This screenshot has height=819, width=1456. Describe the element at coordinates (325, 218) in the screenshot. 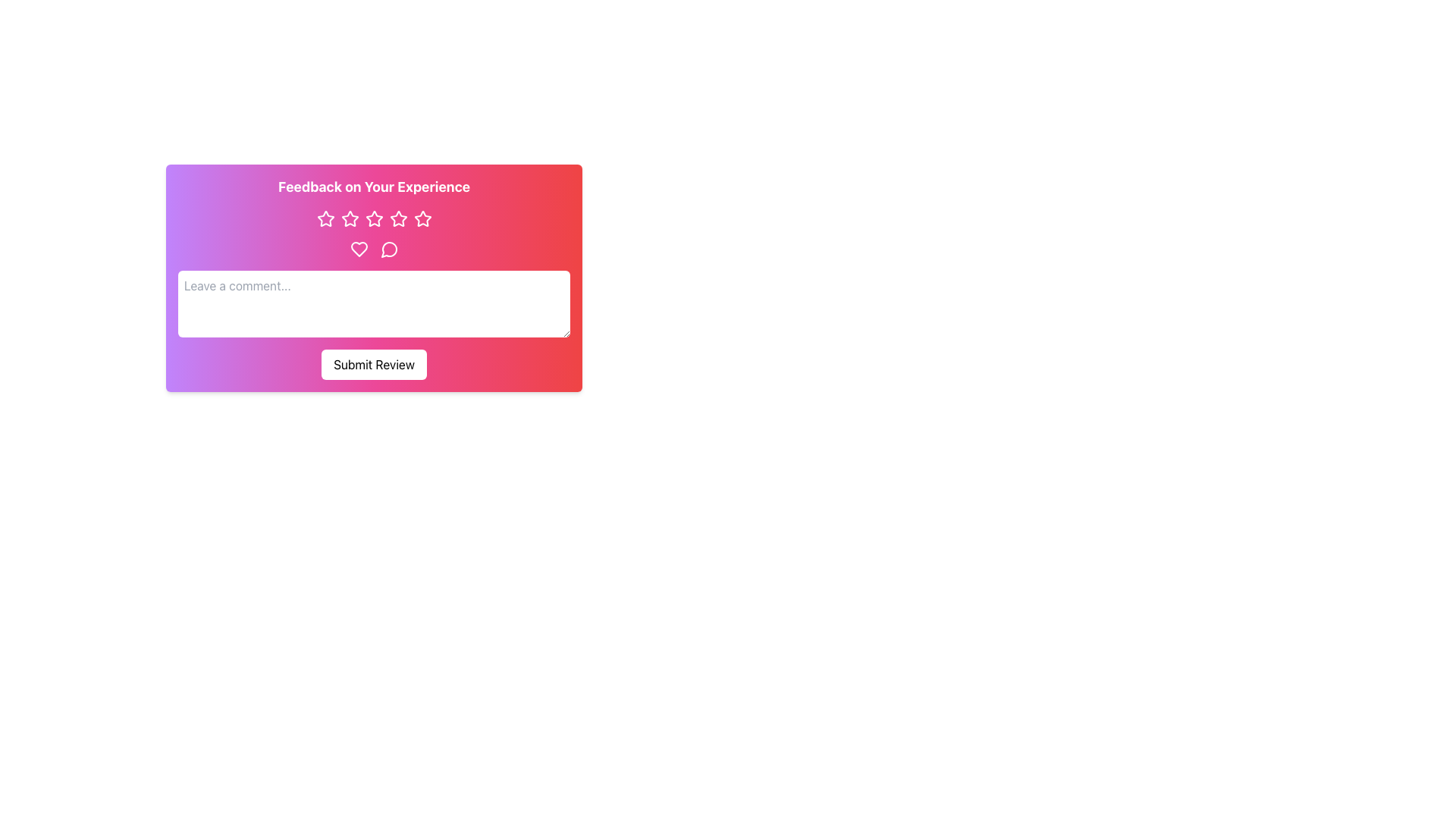

I see `the first star icon` at that location.